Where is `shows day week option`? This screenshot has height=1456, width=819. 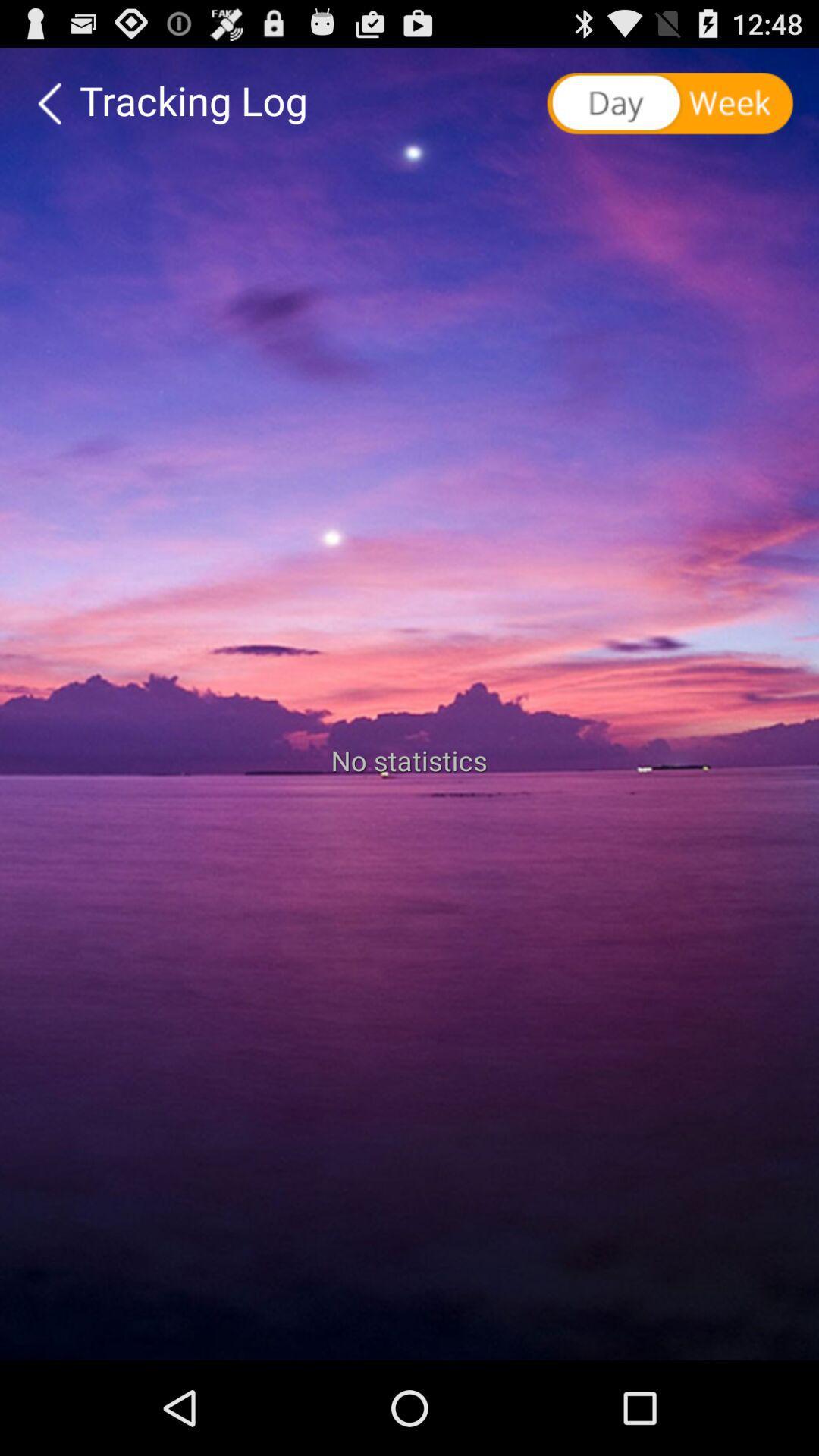 shows day week option is located at coordinates (671, 103).